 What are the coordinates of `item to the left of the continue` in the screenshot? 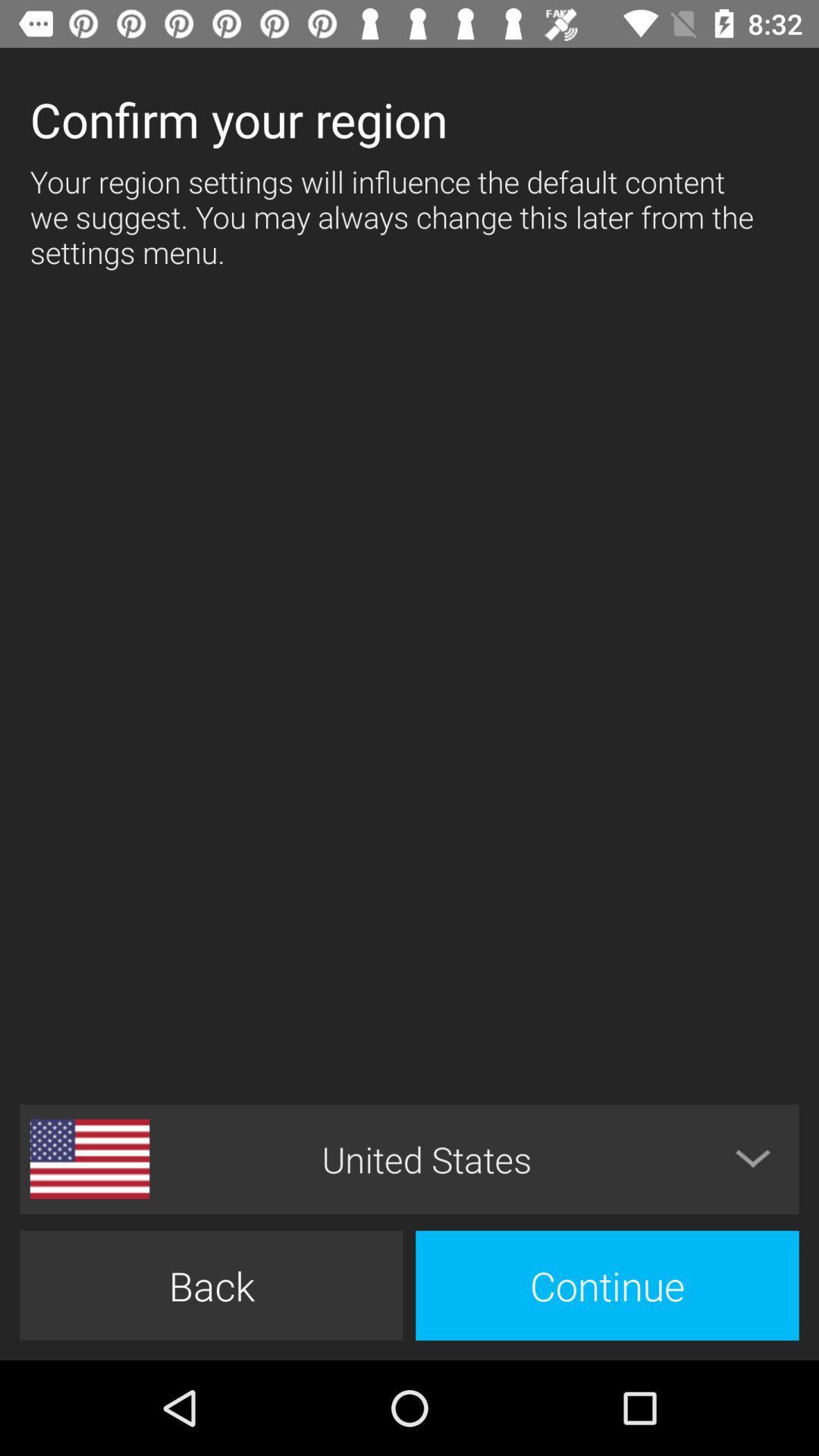 It's located at (211, 1285).